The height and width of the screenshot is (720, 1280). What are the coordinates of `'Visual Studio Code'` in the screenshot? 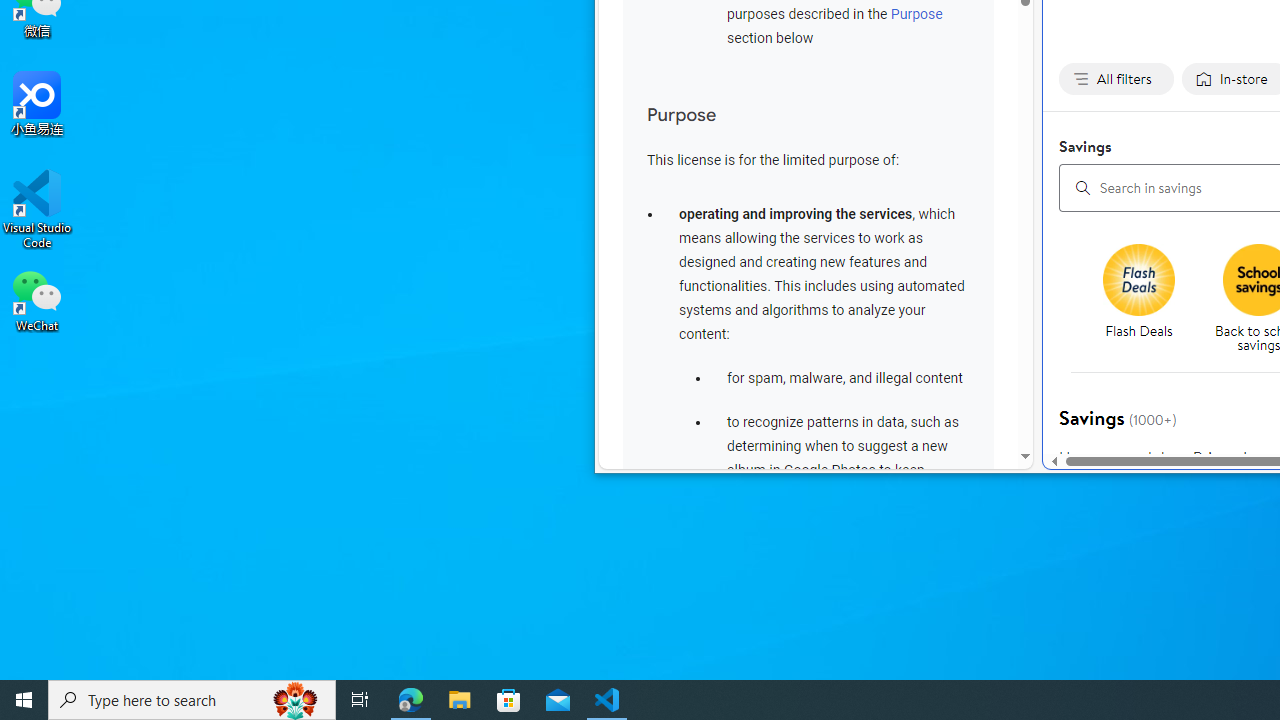 It's located at (37, 209).